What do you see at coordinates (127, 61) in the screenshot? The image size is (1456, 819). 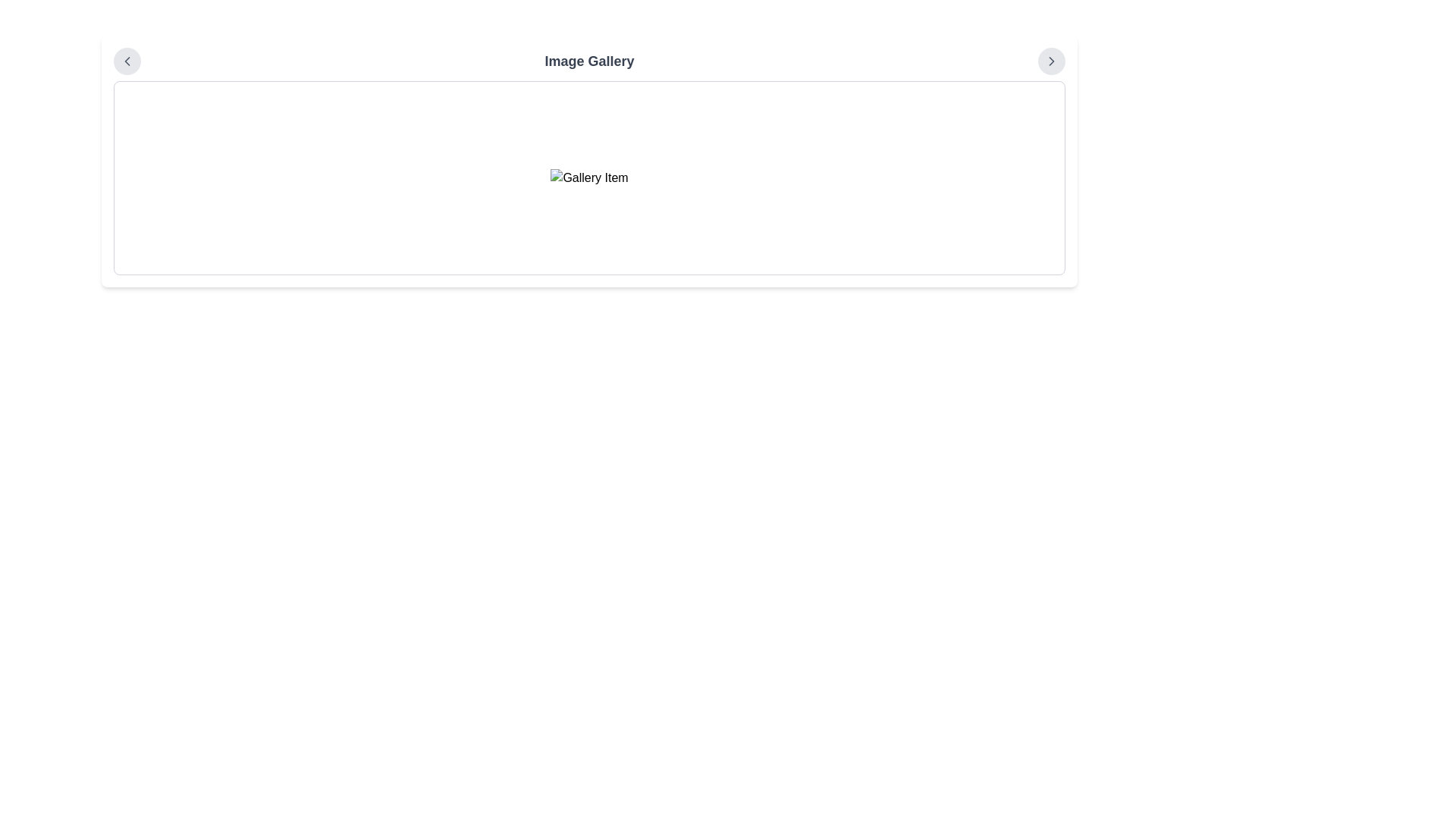 I see `the chevron icon located at the top-left corner of the interface` at bounding box center [127, 61].